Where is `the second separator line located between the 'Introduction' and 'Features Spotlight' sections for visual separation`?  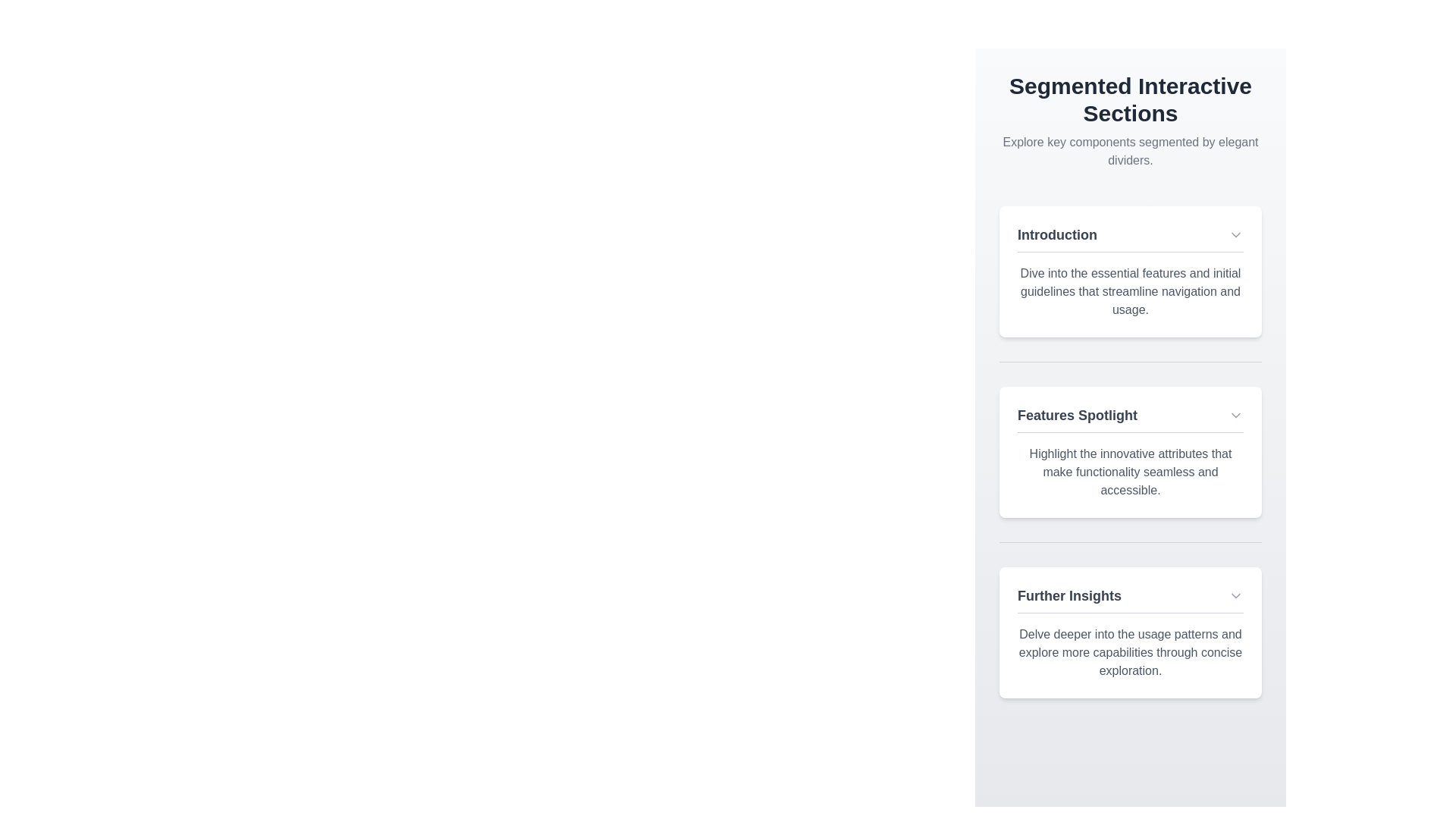 the second separator line located between the 'Introduction' and 'Features Spotlight' sections for visual separation is located at coordinates (1131, 362).